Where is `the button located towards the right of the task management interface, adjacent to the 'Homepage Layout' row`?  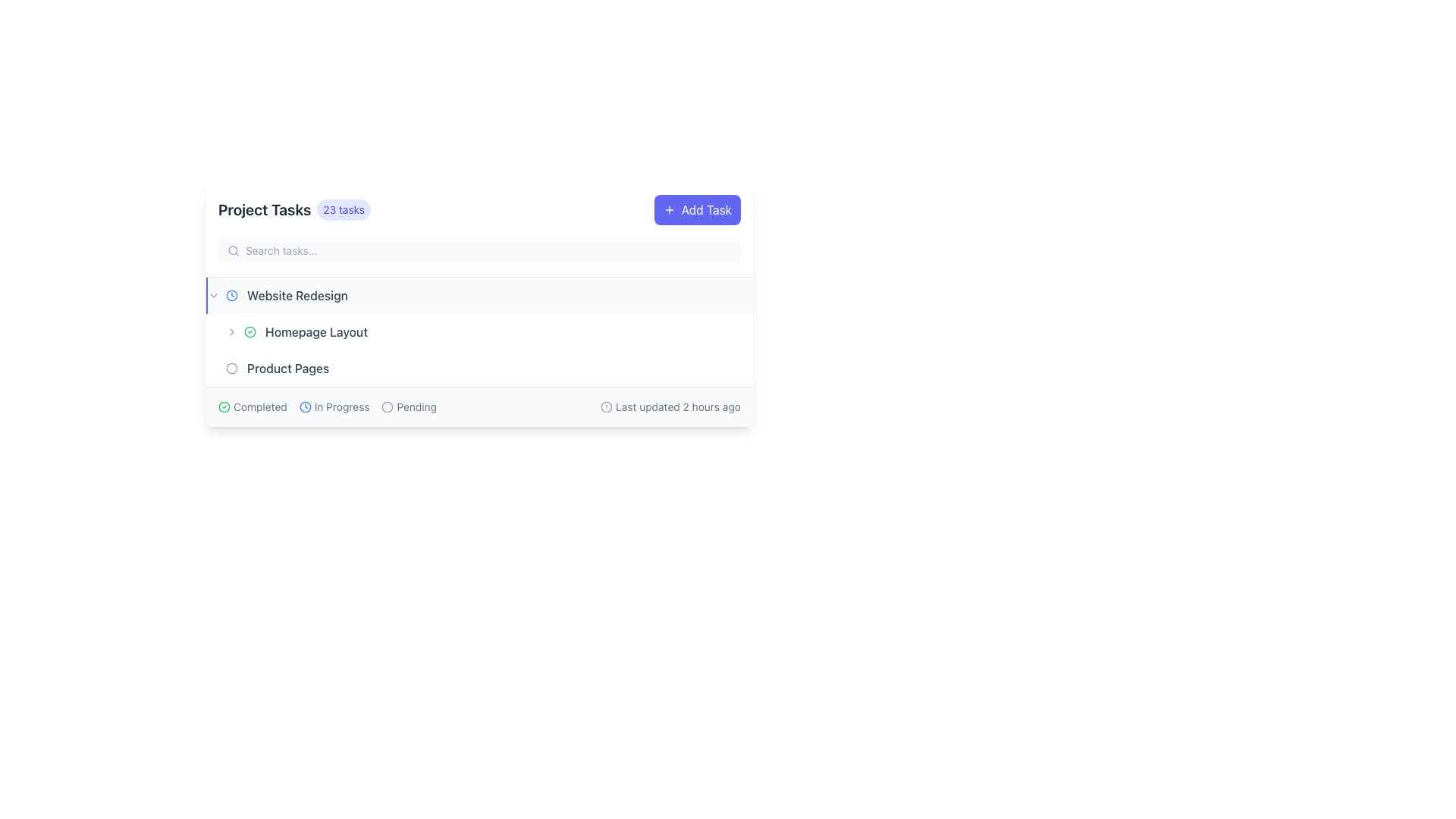
the button located towards the right of the task management interface, adjacent to the 'Homepage Layout' row is located at coordinates (735, 295).